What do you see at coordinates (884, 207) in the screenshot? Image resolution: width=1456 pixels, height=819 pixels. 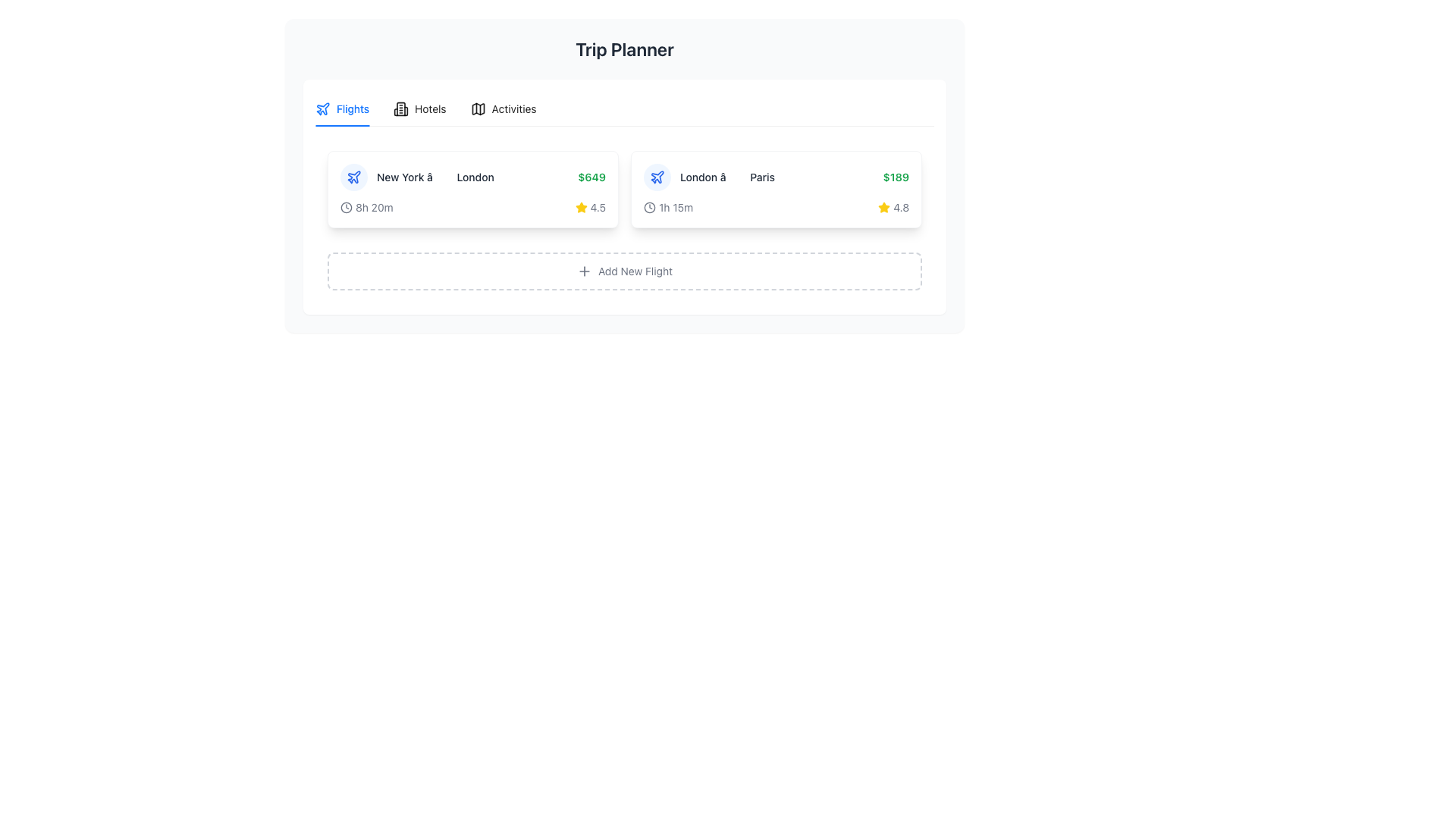 I see `the star-shaped icon filled with yellow color, which visually represents a rating indicator adjacent to the rating text '4.8' for a trip from London to Paris` at bounding box center [884, 207].